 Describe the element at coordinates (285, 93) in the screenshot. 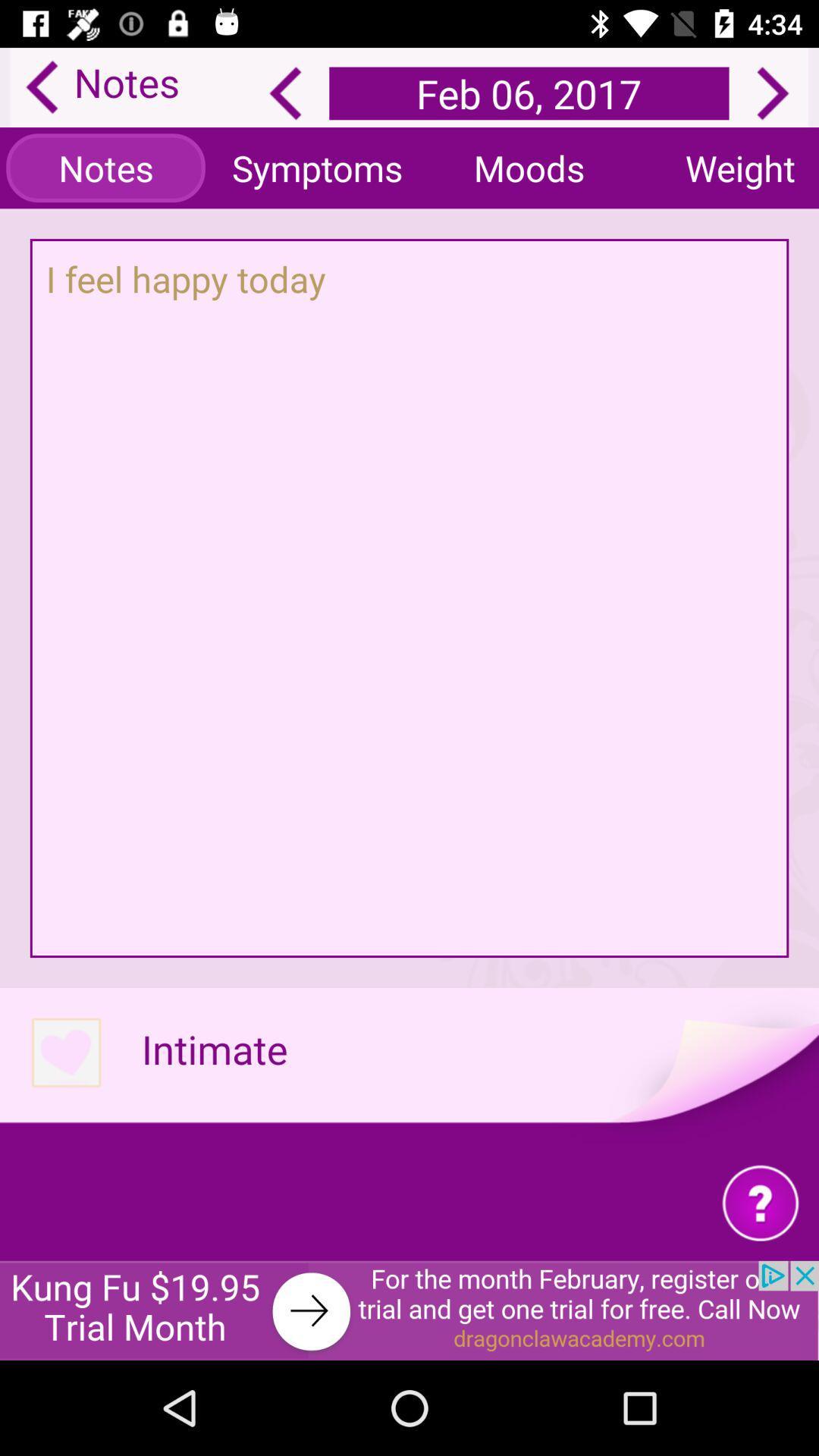

I see `the arrow_backward icon` at that location.